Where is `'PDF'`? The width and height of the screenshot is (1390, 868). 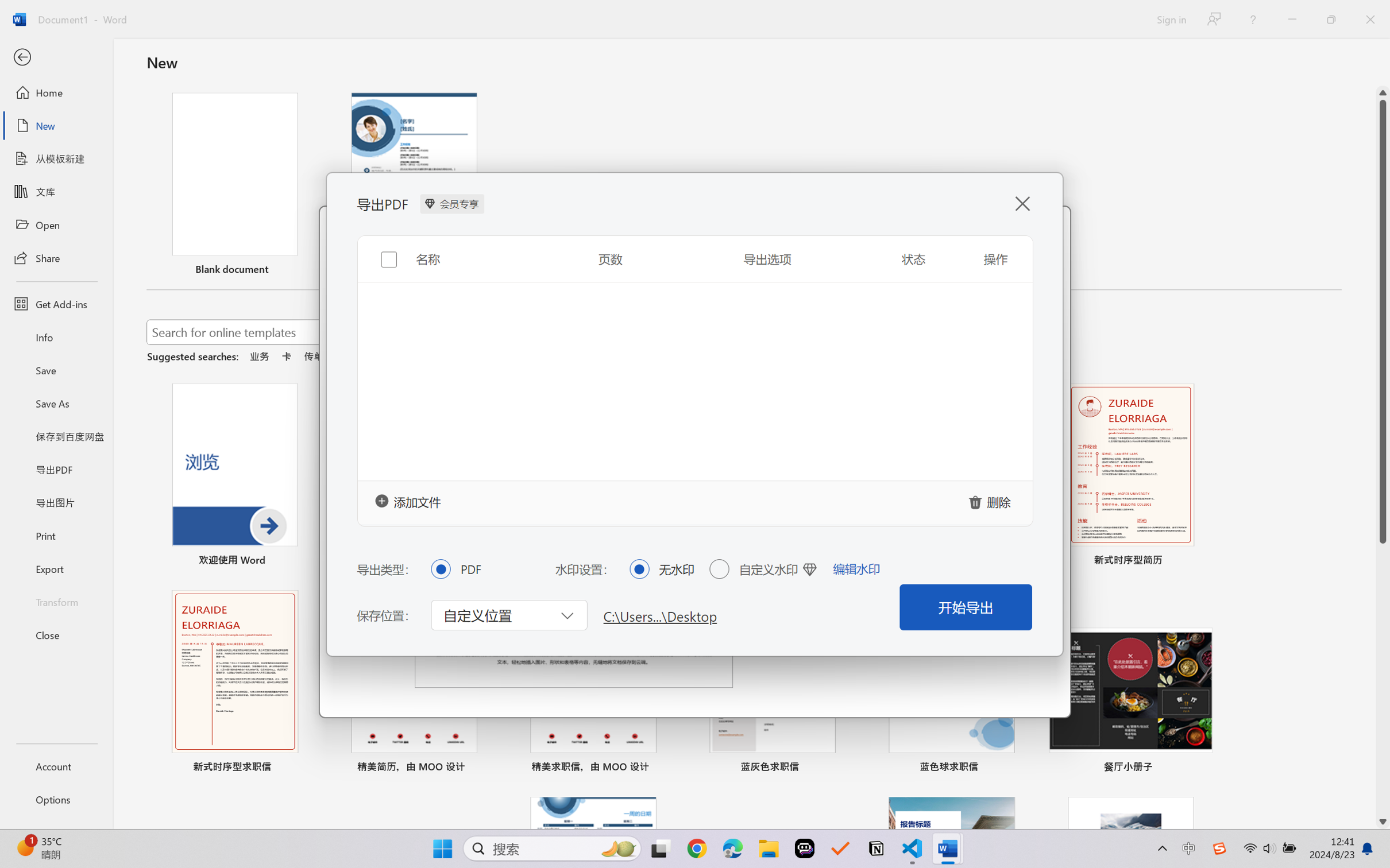
'PDF' is located at coordinates (440, 568).